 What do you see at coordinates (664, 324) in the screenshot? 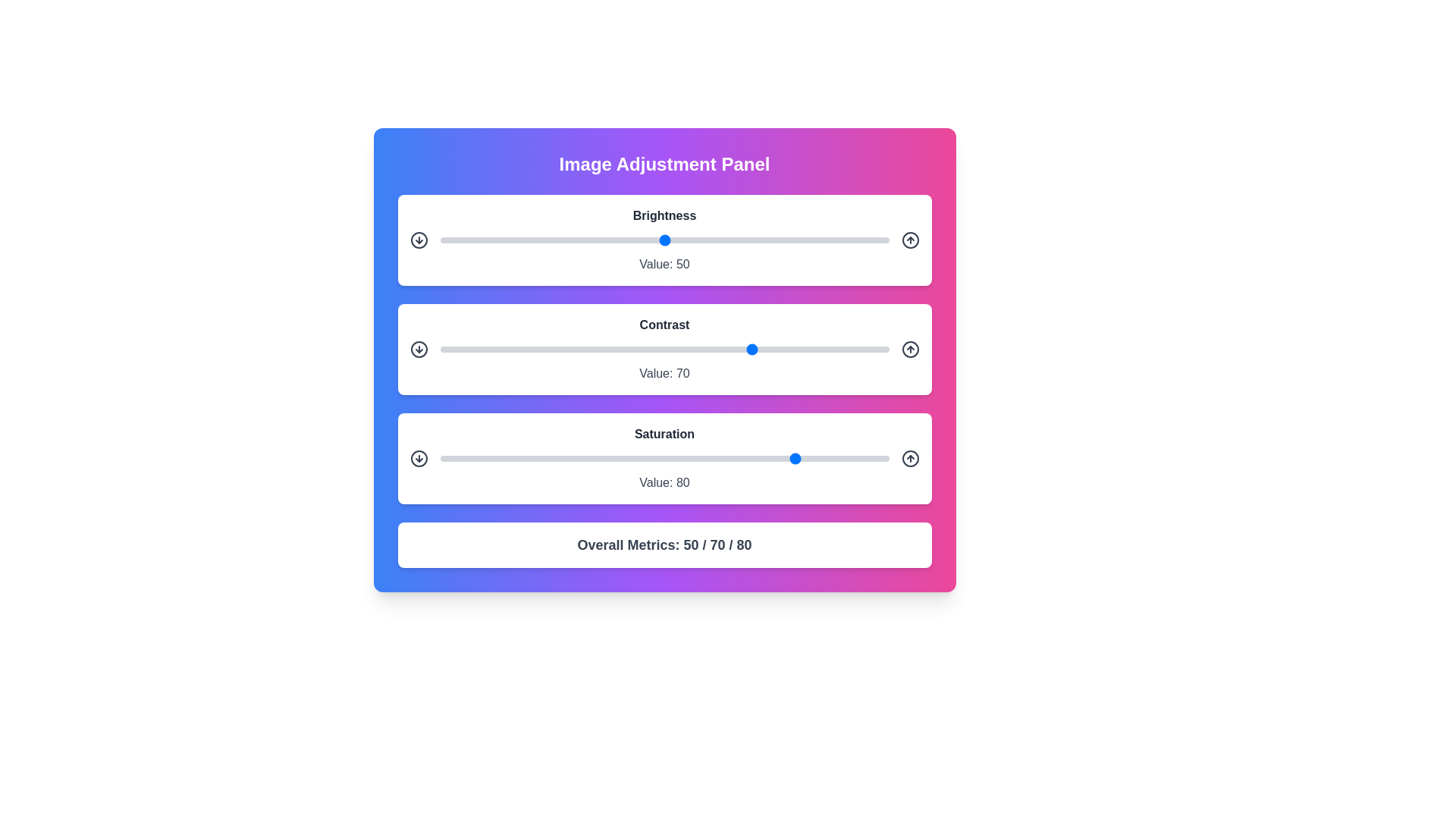
I see `the contrast settings label, which is centrally placed inside a white, rounded rectangle within the settings panel` at bounding box center [664, 324].